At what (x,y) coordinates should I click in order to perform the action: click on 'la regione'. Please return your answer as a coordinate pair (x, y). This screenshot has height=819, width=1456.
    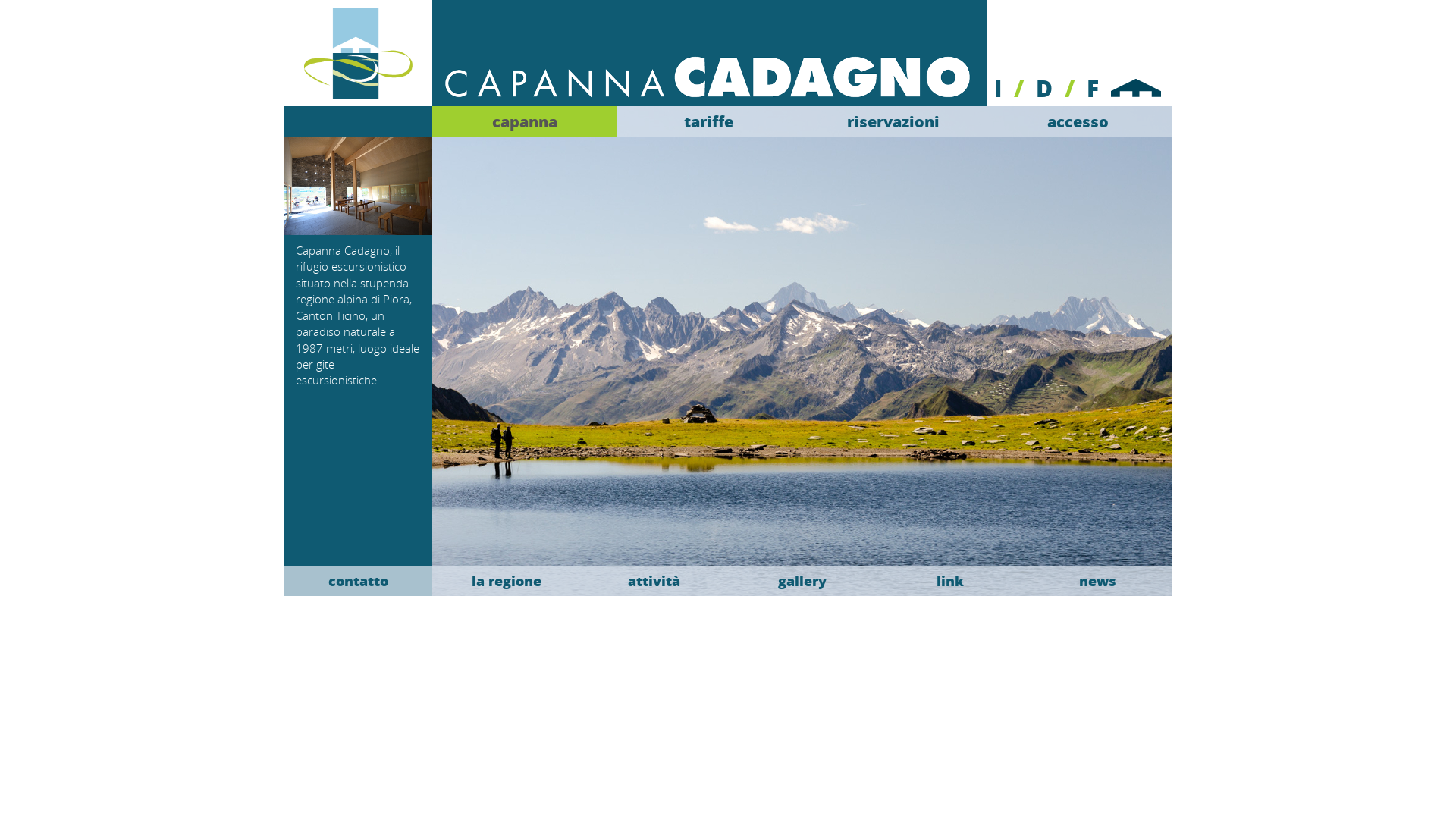
    Looking at the image, I should click on (506, 580).